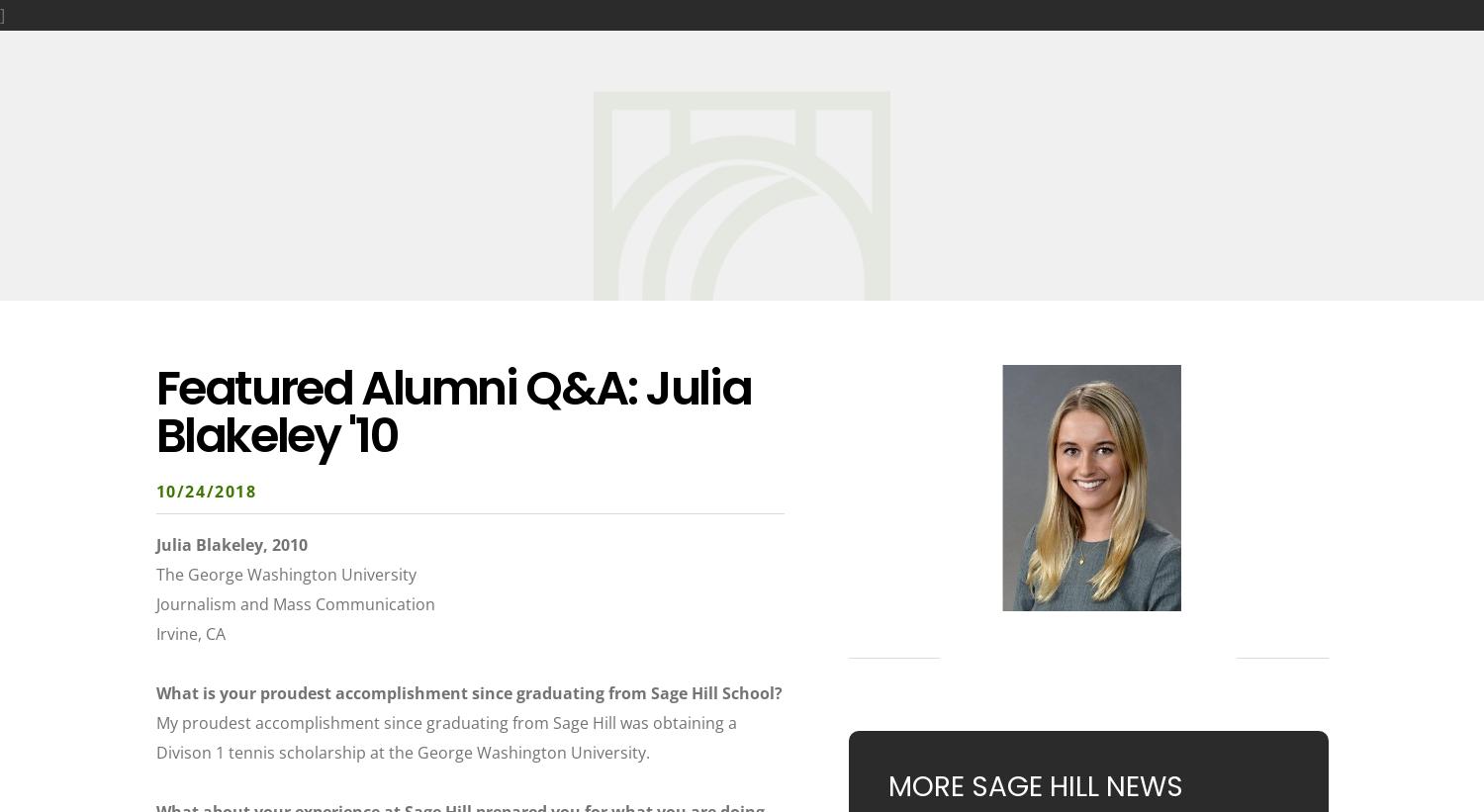  Describe the element at coordinates (692, 42) in the screenshot. I see `'Arts'` at that location.